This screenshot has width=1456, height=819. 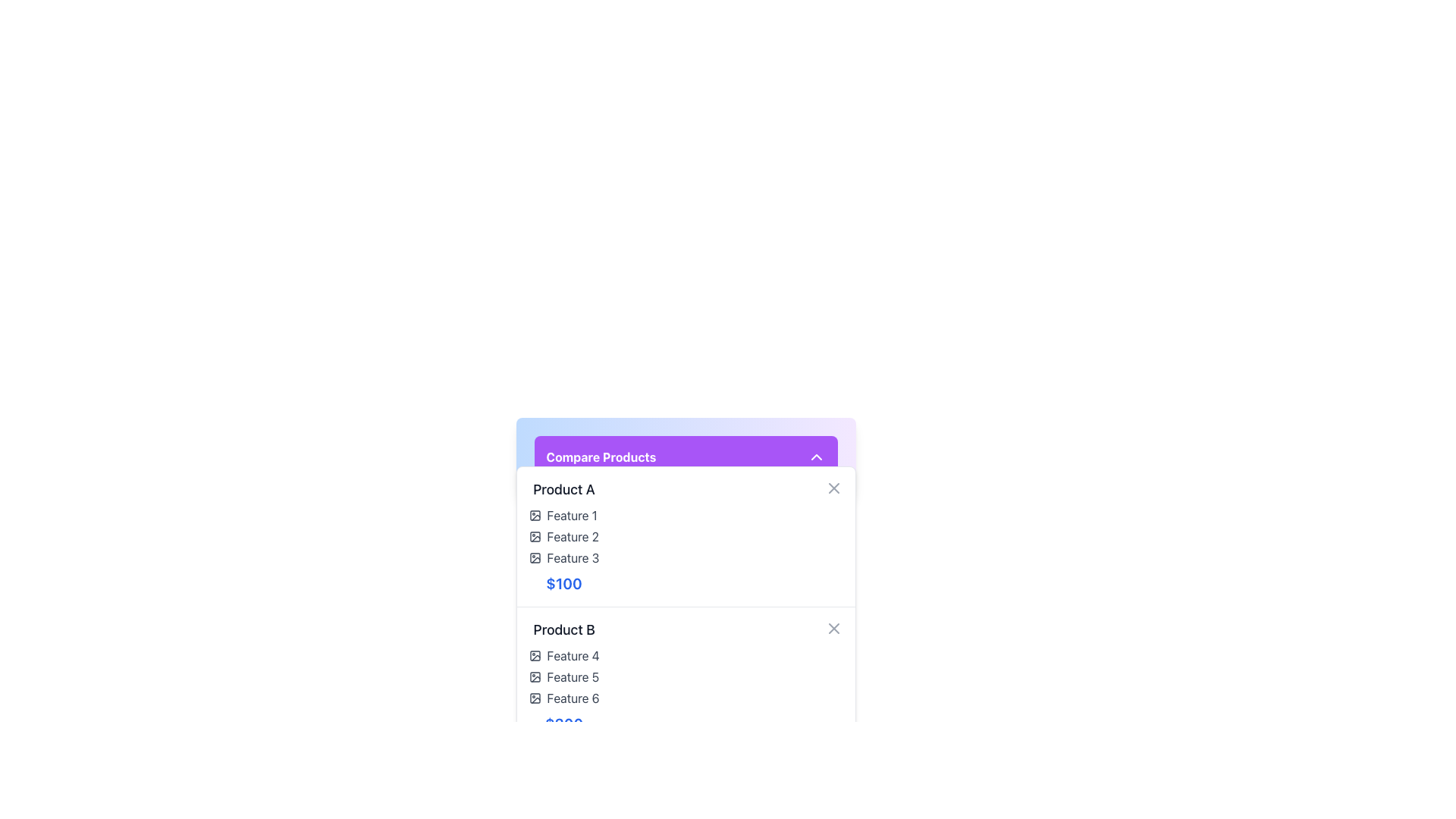 I want to click on the interactive sub-elements of the product card for 'Product B' located in the 'Compare Products' section, specifically within the second card after 'Product A', so click(x=563, y=676).